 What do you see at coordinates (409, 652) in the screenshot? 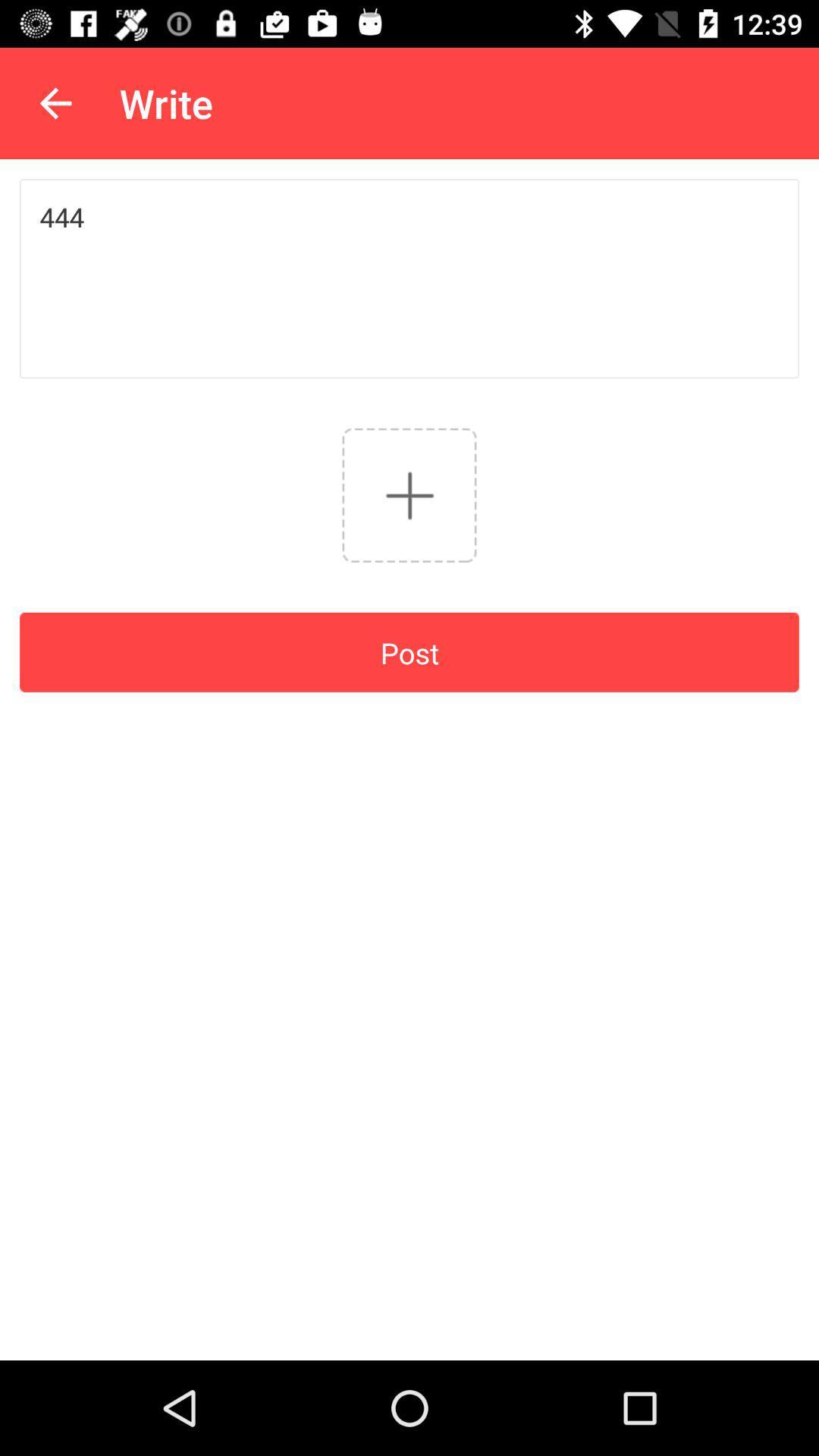
I see `post icon` at bounding box center [409, 652].